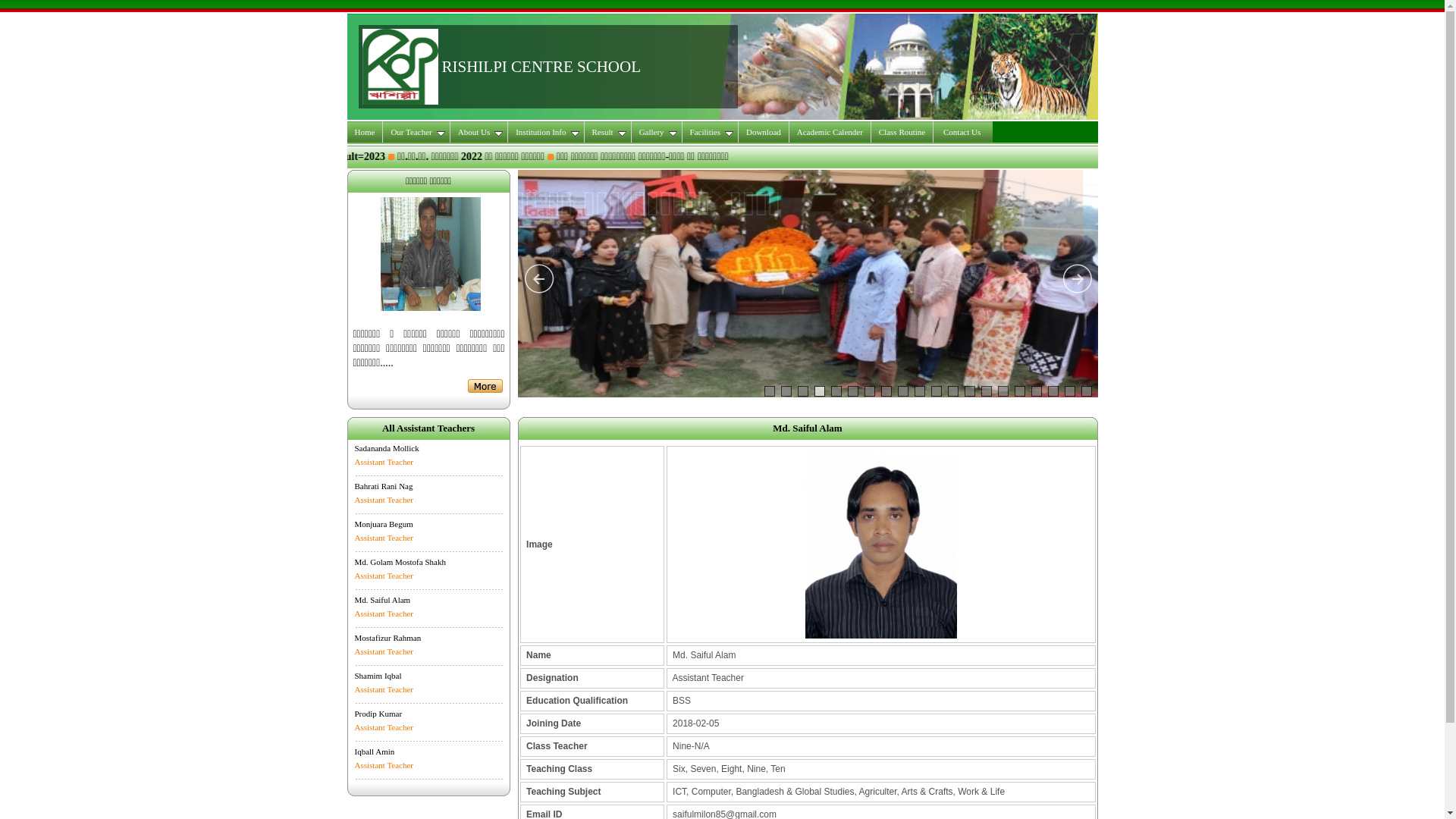 The image size is (1456, 819). What do you see at coordinates (378, 714) in the screenshot?
I see `'Prodip Kumar'` at bounding box center [378, 714].